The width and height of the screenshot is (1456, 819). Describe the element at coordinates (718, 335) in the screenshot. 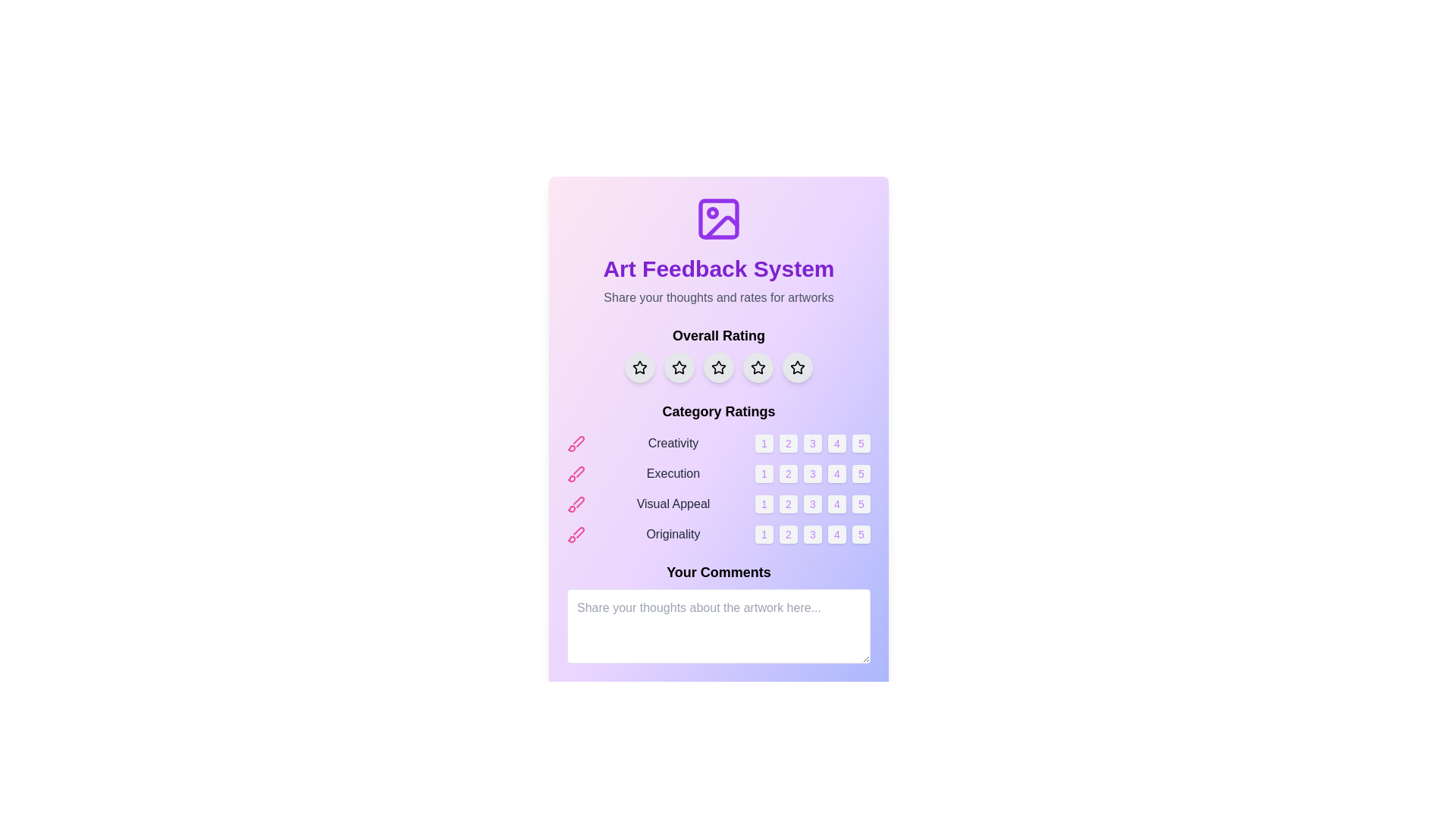

I see `the 'Overall Rating' text label, which is bold and larger, centered above the star icons in the rating section` at that location.